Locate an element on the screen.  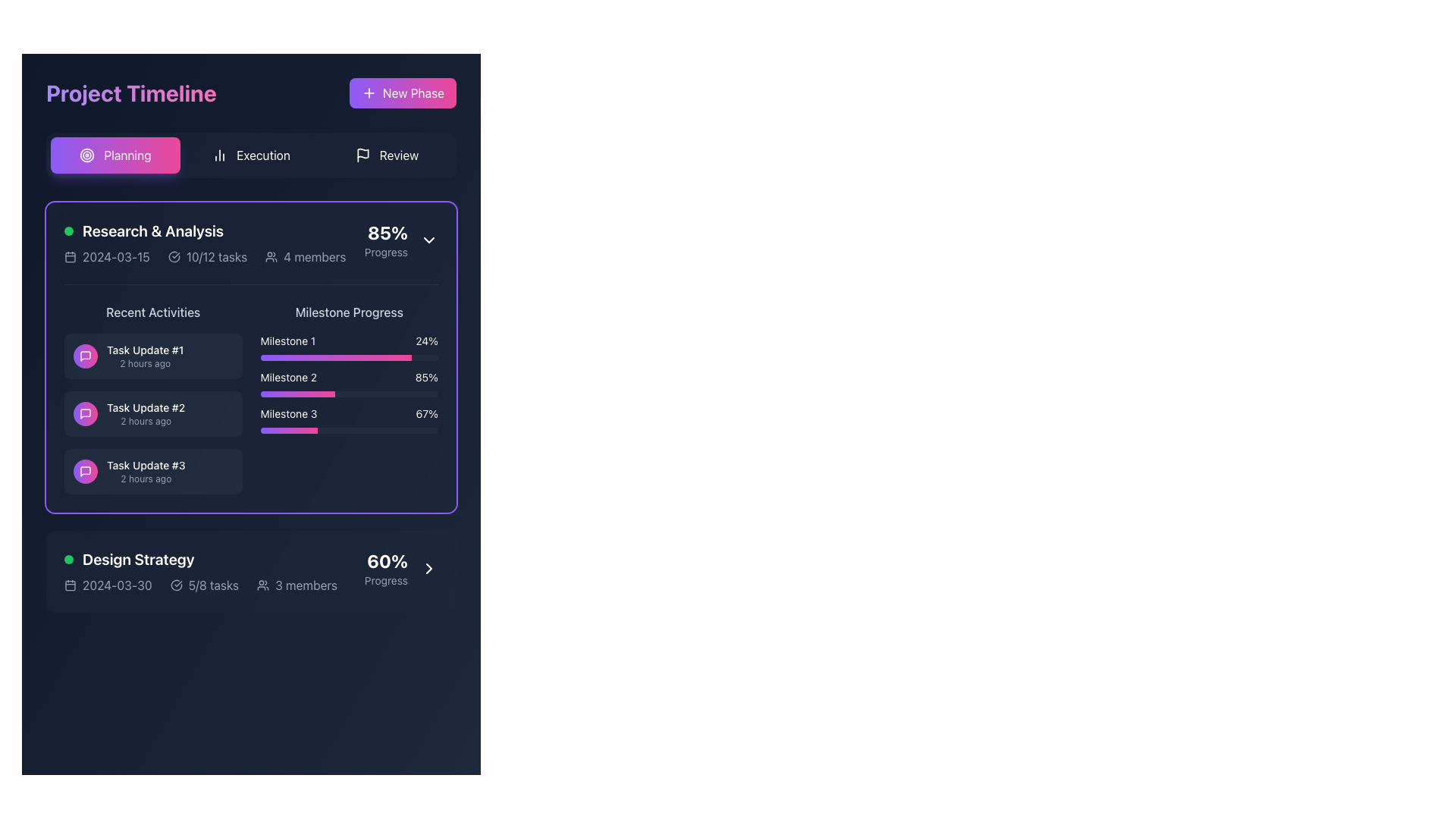
textual content displaying 'Task Update #2' and '2 hours ago' located in the recent activities list under the 'Research & Analysis' section is located at coordinates (146, 414).